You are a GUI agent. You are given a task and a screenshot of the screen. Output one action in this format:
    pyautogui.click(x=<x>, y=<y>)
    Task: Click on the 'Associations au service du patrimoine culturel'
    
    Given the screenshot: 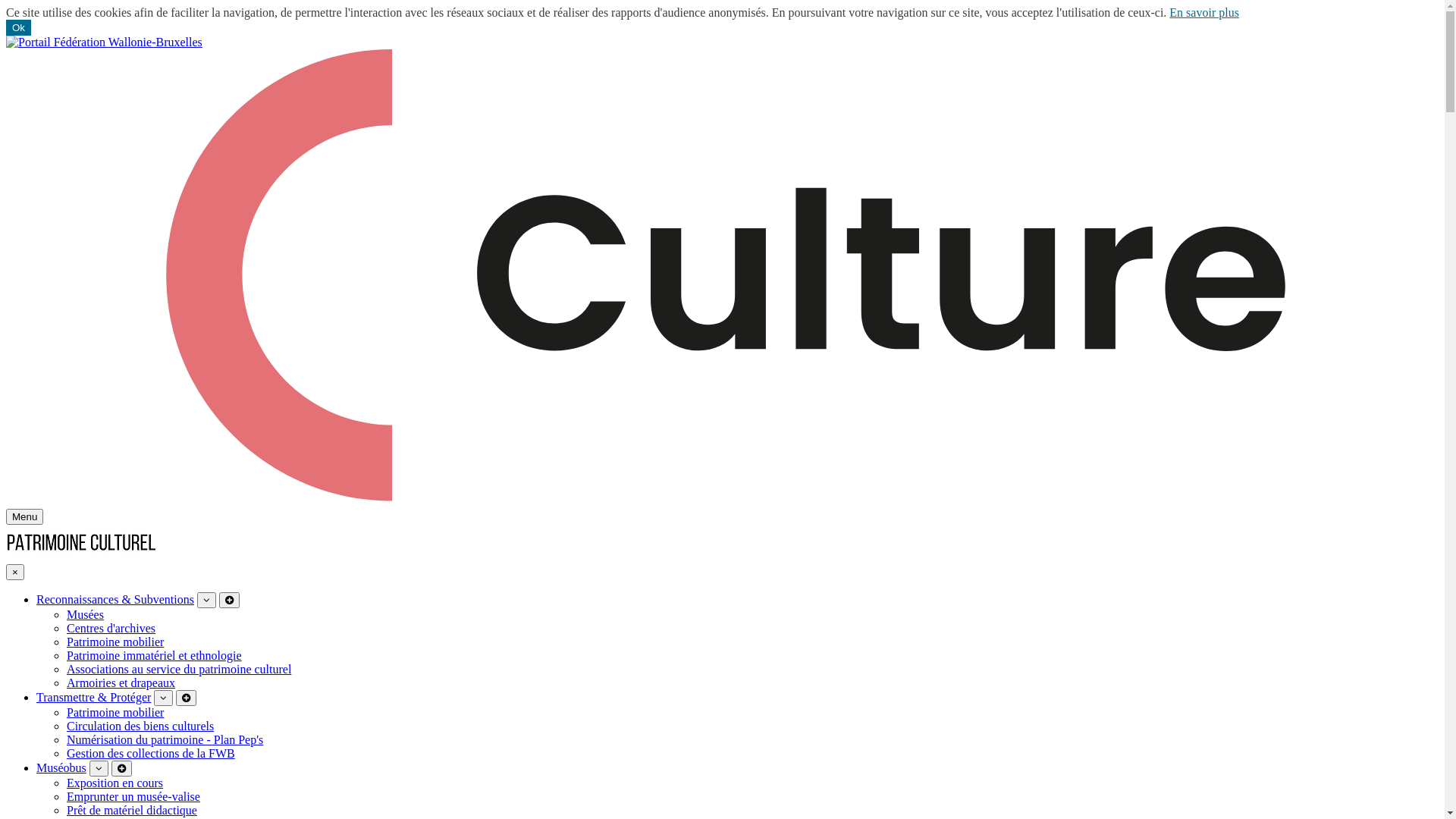 What is the action you would take?
    pyautogui.click(x=178, y=668)
    